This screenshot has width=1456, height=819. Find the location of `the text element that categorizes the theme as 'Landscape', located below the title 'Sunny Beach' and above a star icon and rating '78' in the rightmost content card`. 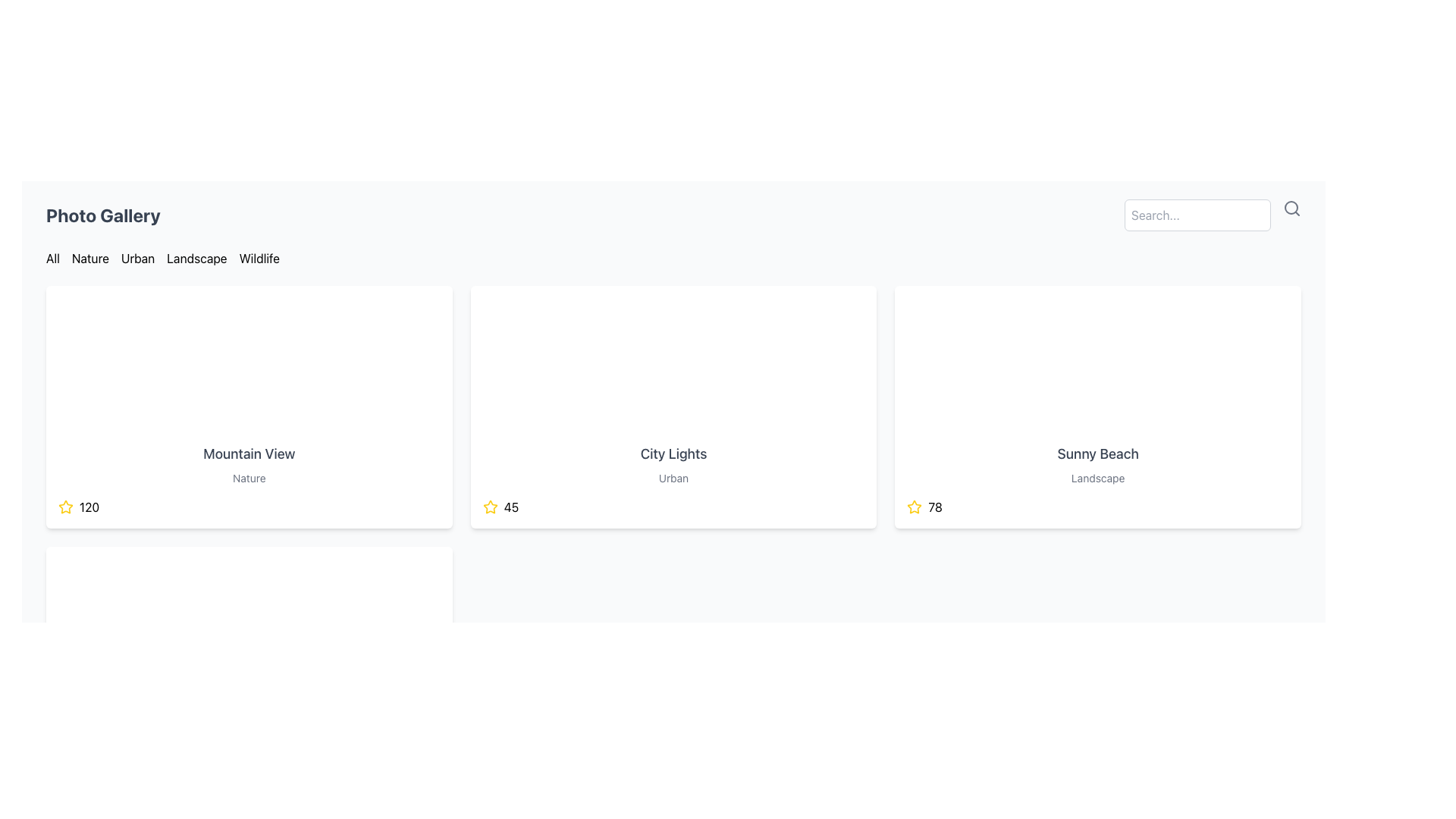

the text element that categorizes the theme as 'Landscape', located below the title 'Sunny Beach' and above a star icon and rating '78' in the rightmost content card is located at coordinates (1098, 479).